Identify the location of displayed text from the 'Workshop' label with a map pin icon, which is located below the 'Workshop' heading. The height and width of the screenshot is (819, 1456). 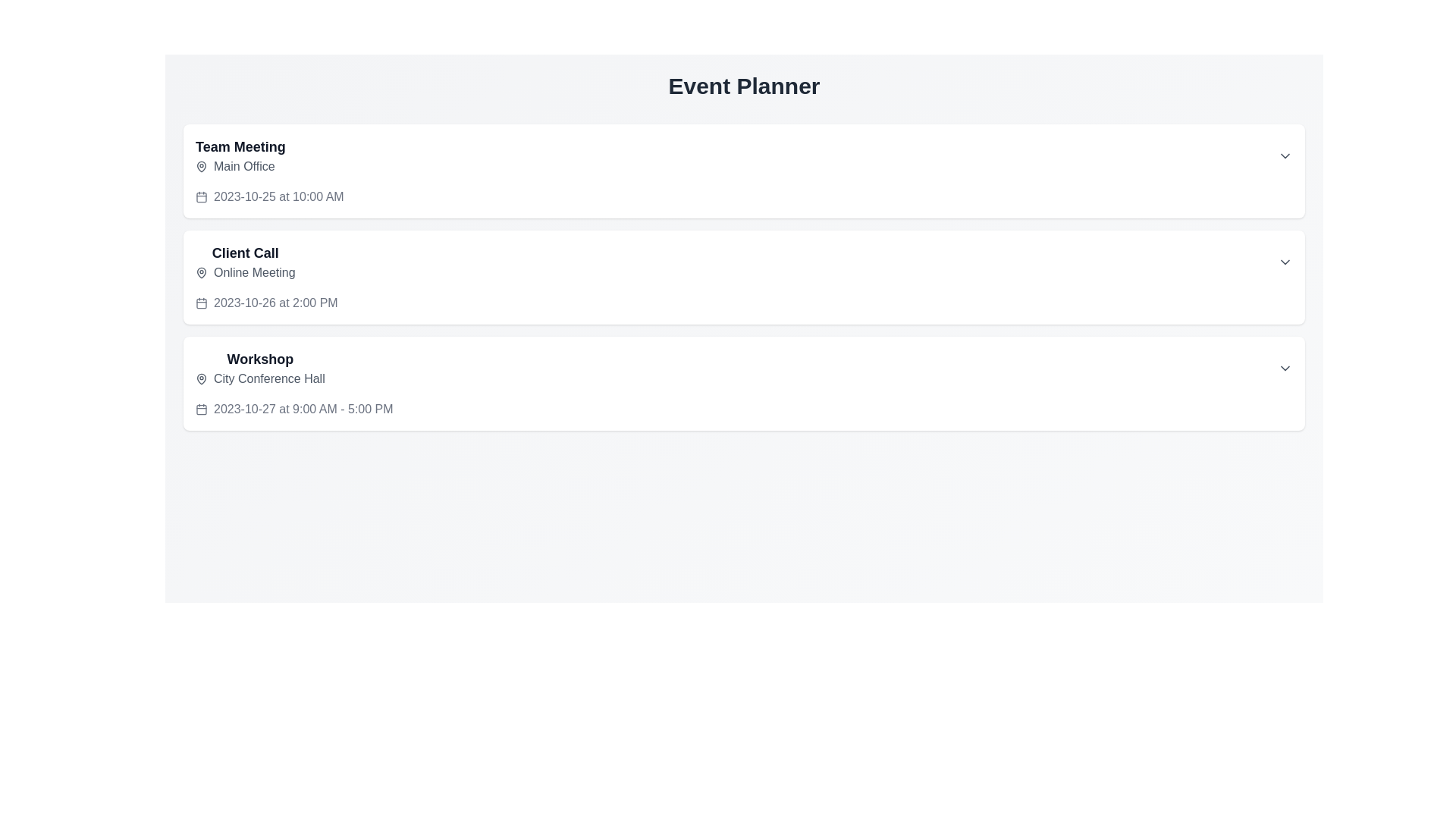
(260, 378).